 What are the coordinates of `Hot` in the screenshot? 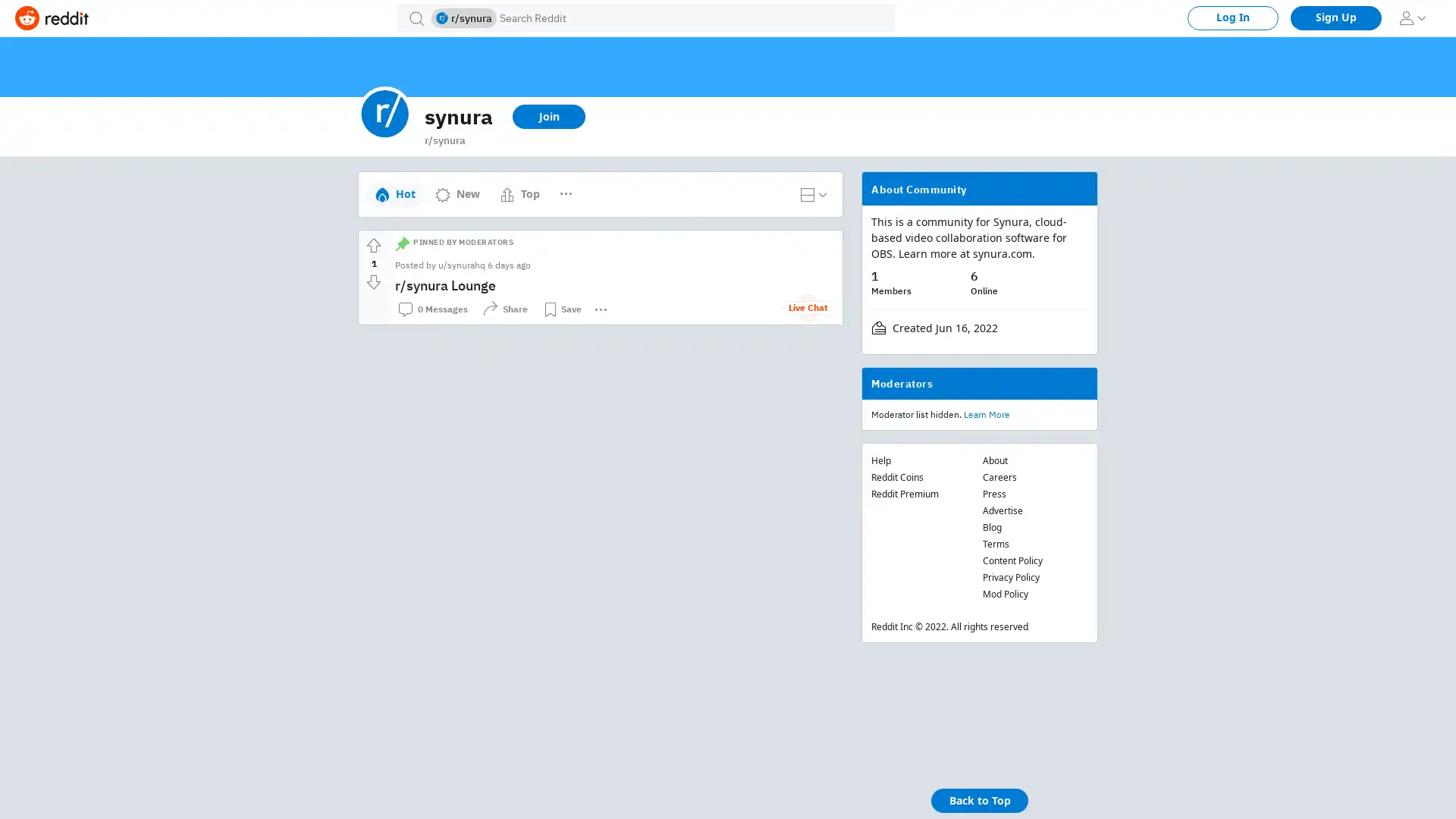 It's located at (395, 193).